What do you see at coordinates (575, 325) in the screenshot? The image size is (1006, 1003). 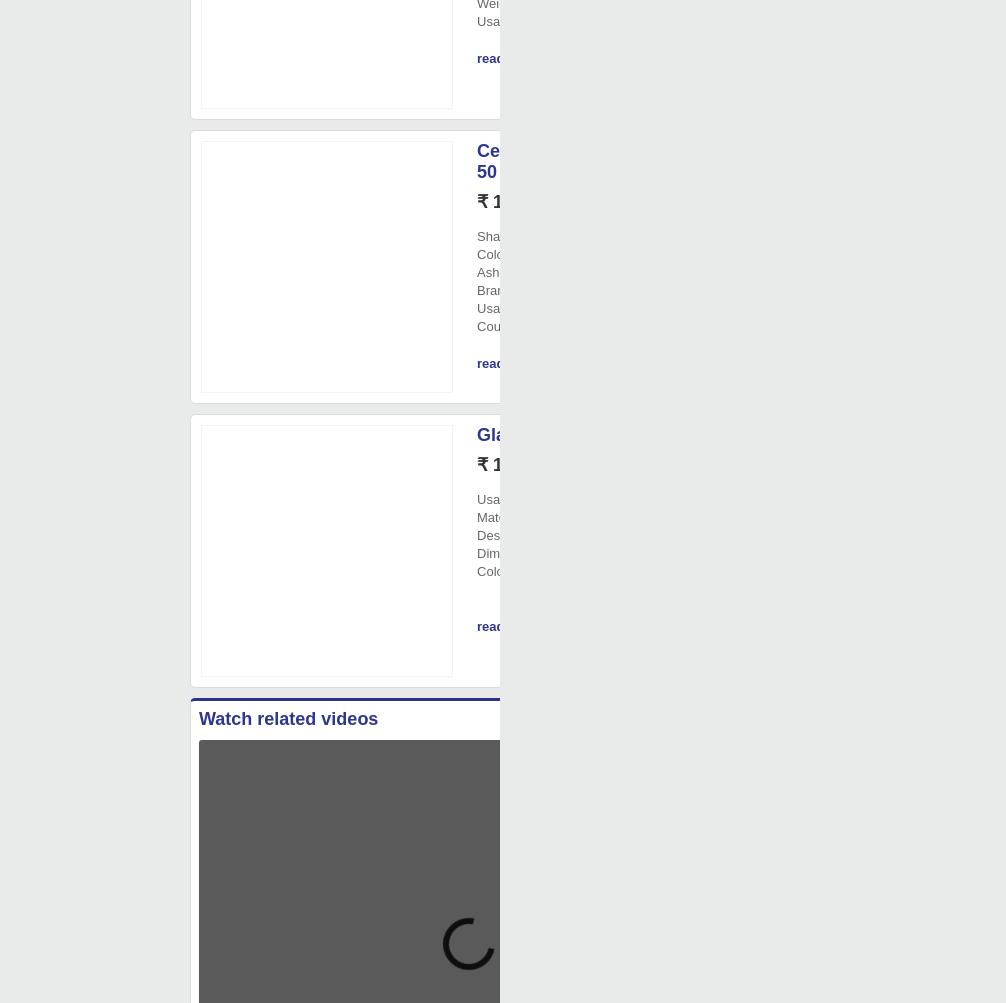 I see `':  Made in India'` at bounding box center [575, 325].